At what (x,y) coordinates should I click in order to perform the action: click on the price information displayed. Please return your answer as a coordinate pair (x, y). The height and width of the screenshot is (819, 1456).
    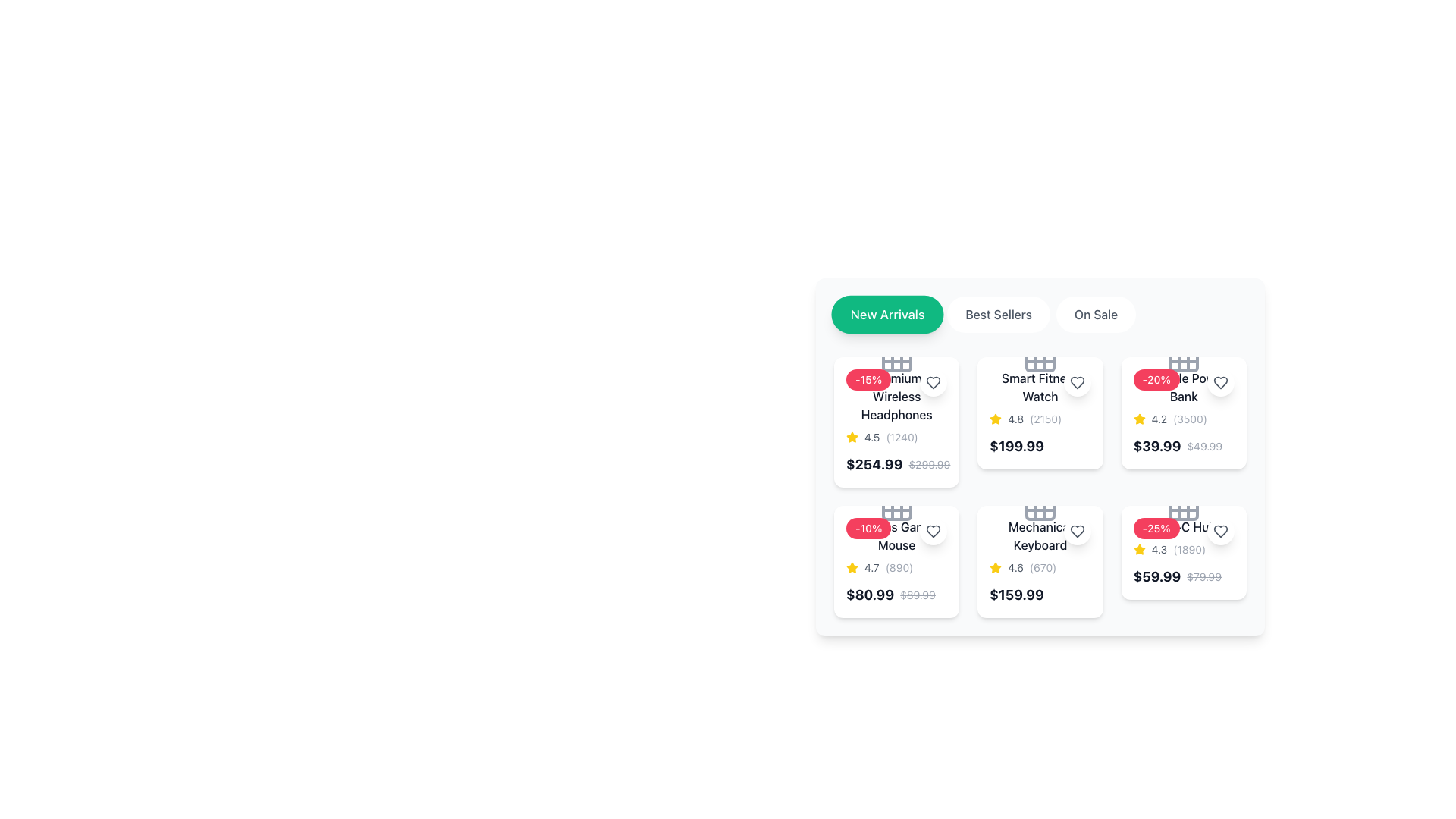
    Looking at the image, I should click on (1017, 446).